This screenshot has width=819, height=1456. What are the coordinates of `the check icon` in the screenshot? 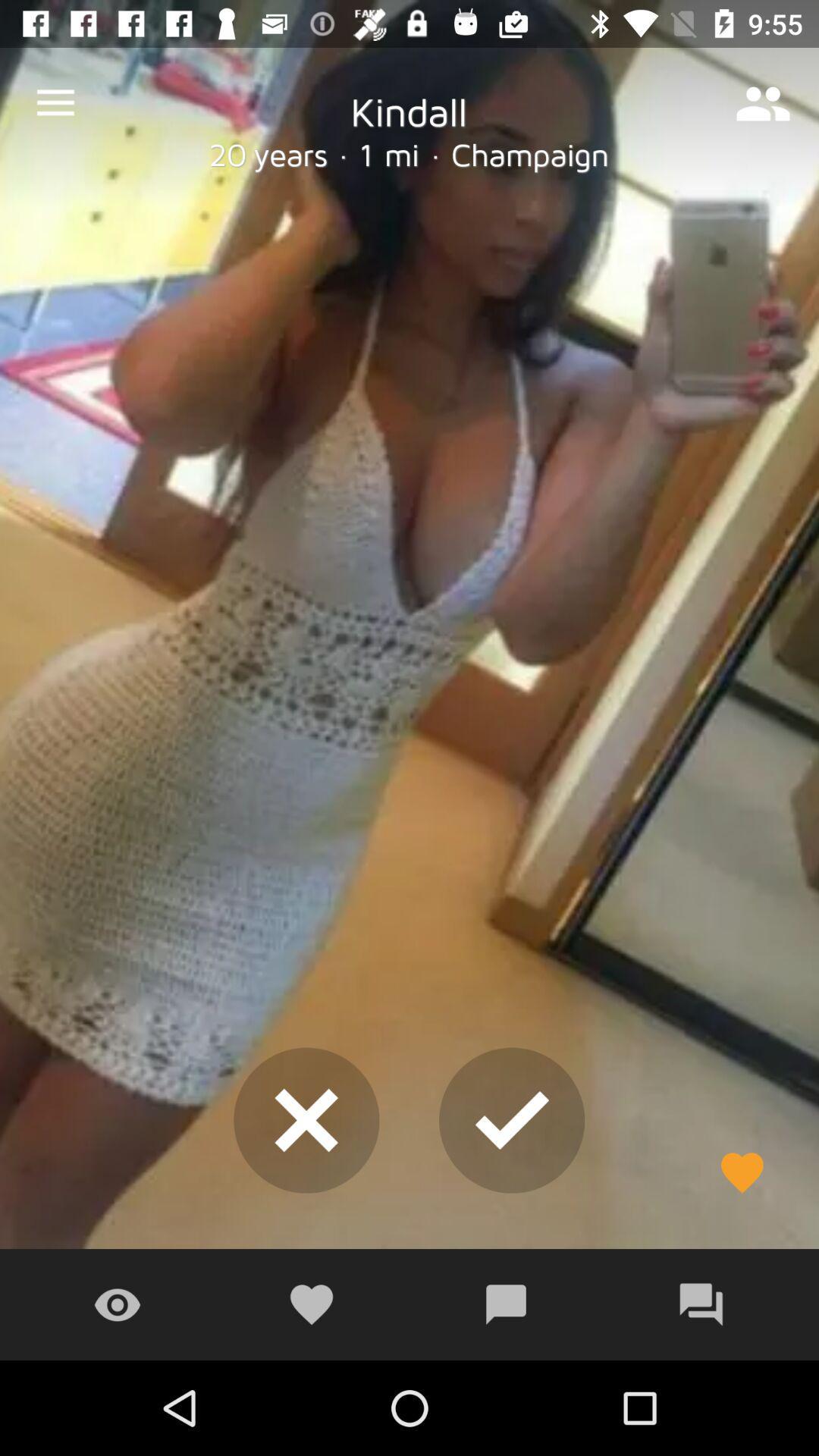 It's located at (512, 1120).